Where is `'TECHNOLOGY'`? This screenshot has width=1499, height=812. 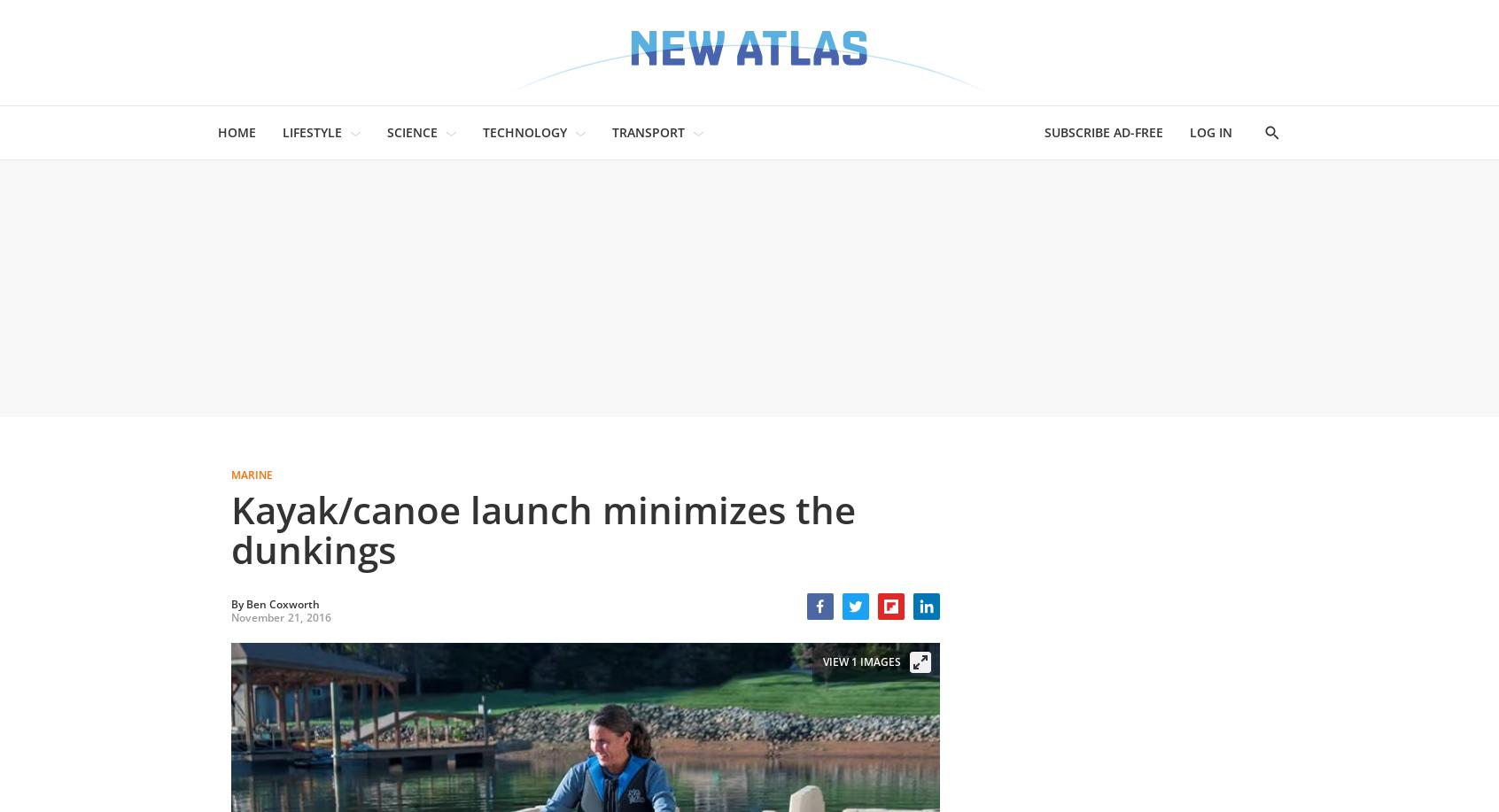
'TECHNOLOGY' is located at coordinates (524, 132).